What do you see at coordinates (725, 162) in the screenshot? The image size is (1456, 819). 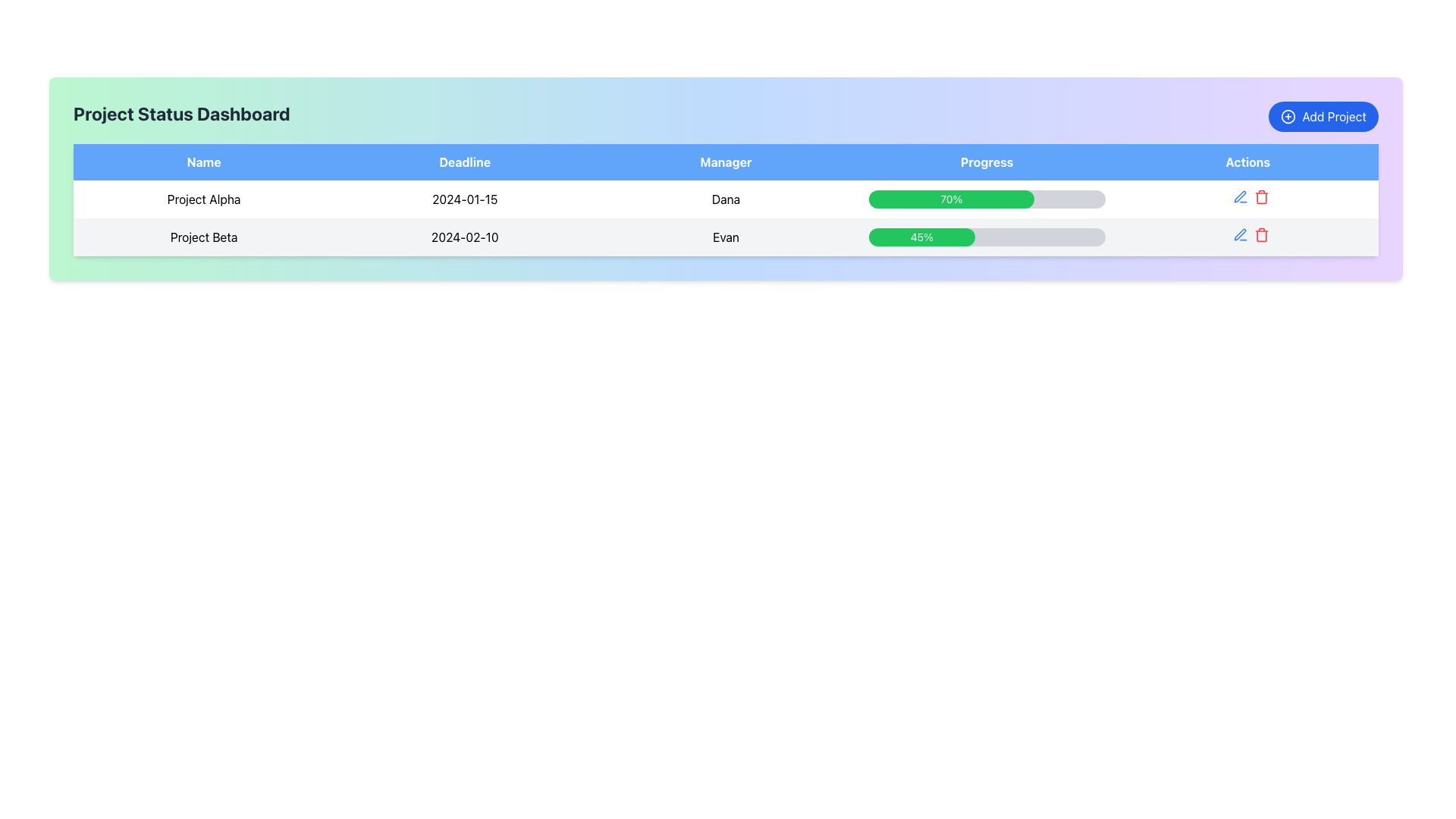 I see `the Text Label that labels the column containing manager names, located in the third position among the column headers between 'Deadline' and 'Progress'` at bounding box center [725, 162].